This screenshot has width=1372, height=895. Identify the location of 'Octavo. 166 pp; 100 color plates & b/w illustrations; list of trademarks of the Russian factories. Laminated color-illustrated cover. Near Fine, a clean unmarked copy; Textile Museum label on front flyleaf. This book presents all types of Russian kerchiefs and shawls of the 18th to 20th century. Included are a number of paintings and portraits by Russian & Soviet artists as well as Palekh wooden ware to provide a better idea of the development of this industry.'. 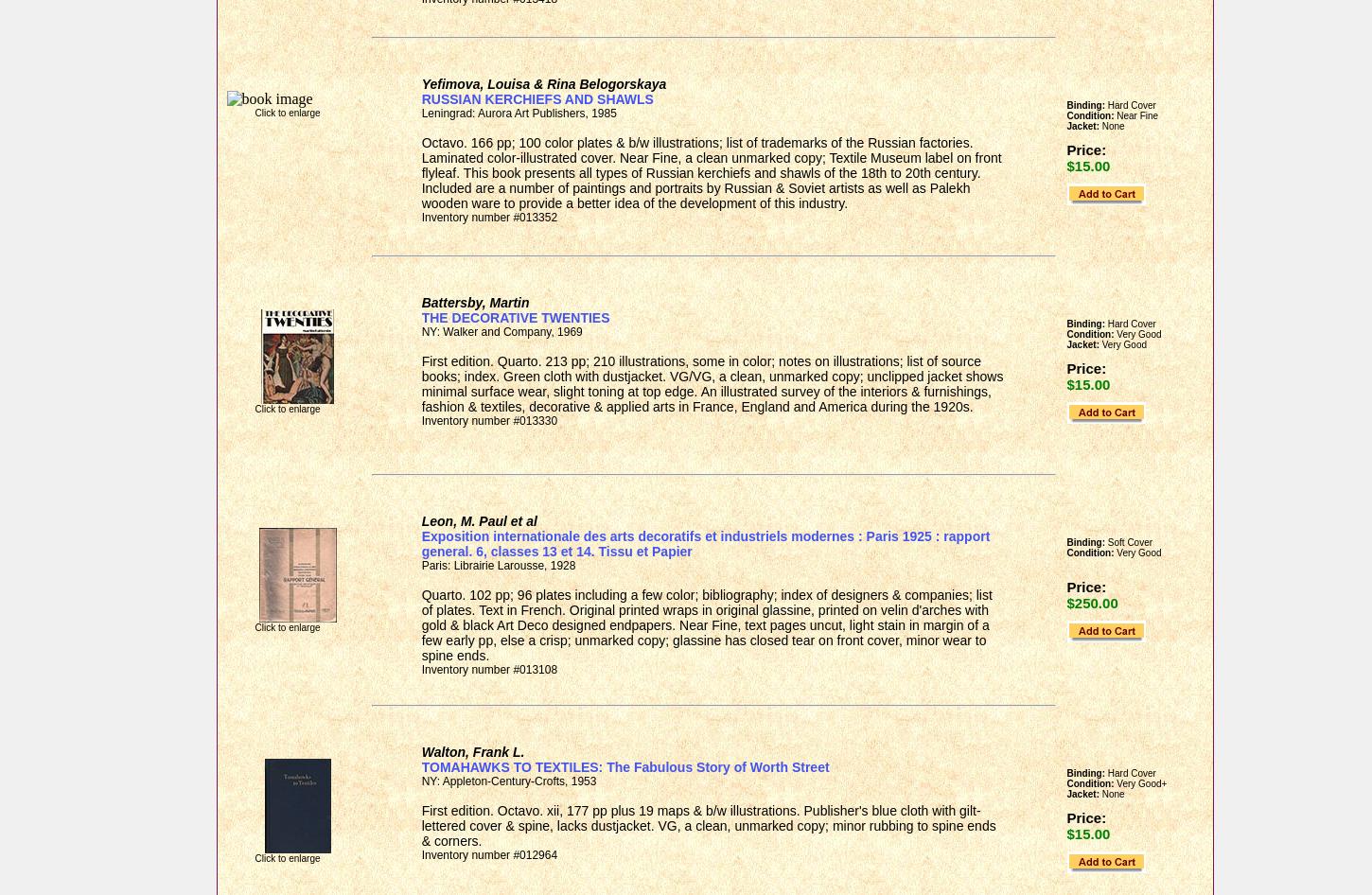
(711, 172).